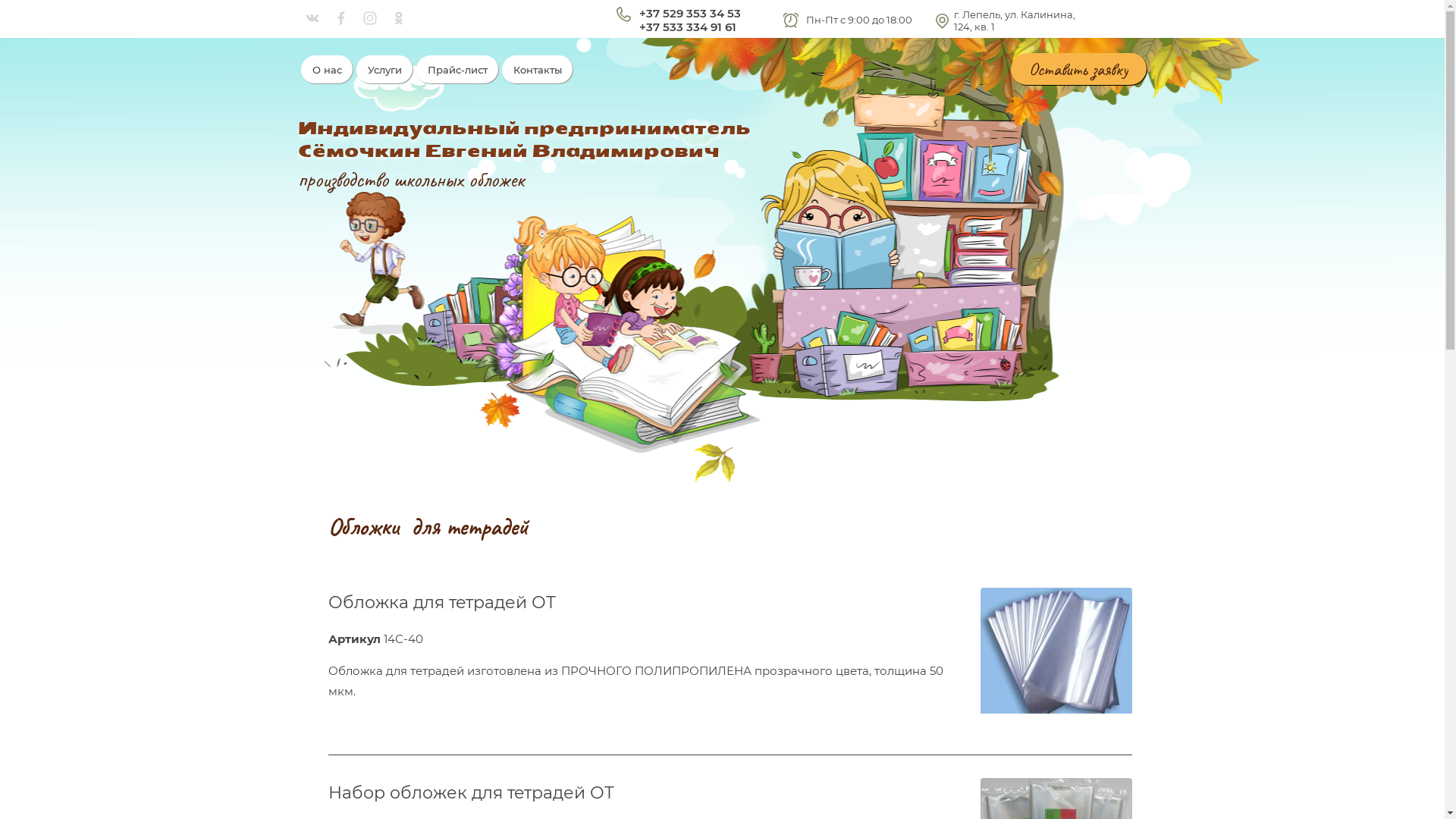  What do you see at coordinates (688, 13) in the screenshot?
I see `'+37 529 353 34 53'` at bounding box center [688, 13].